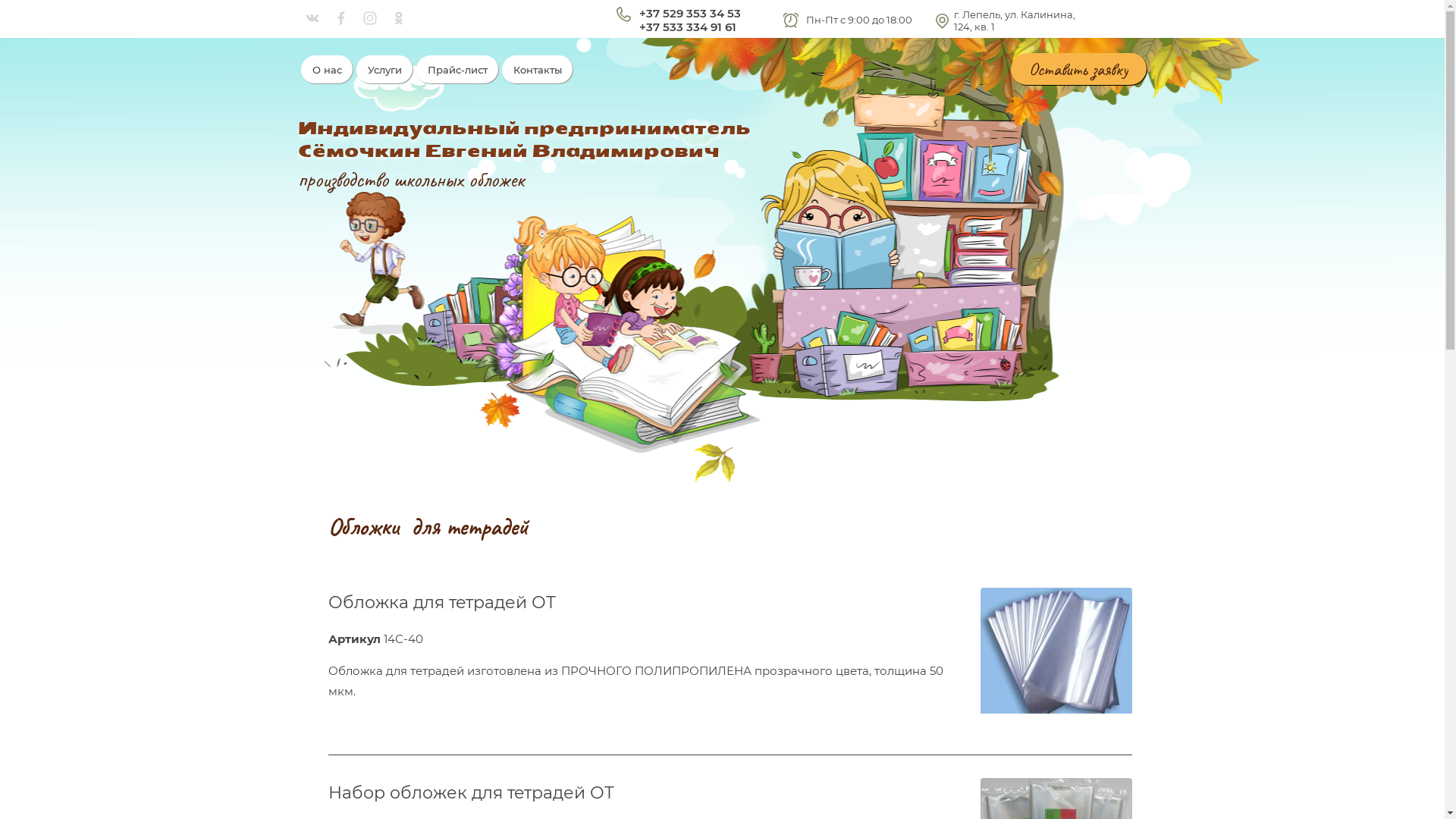  What do you see at coordinates (688, 13) in the screenshot?
I see `'+37 529 353 34 53'` at bounding box center [688, 13].